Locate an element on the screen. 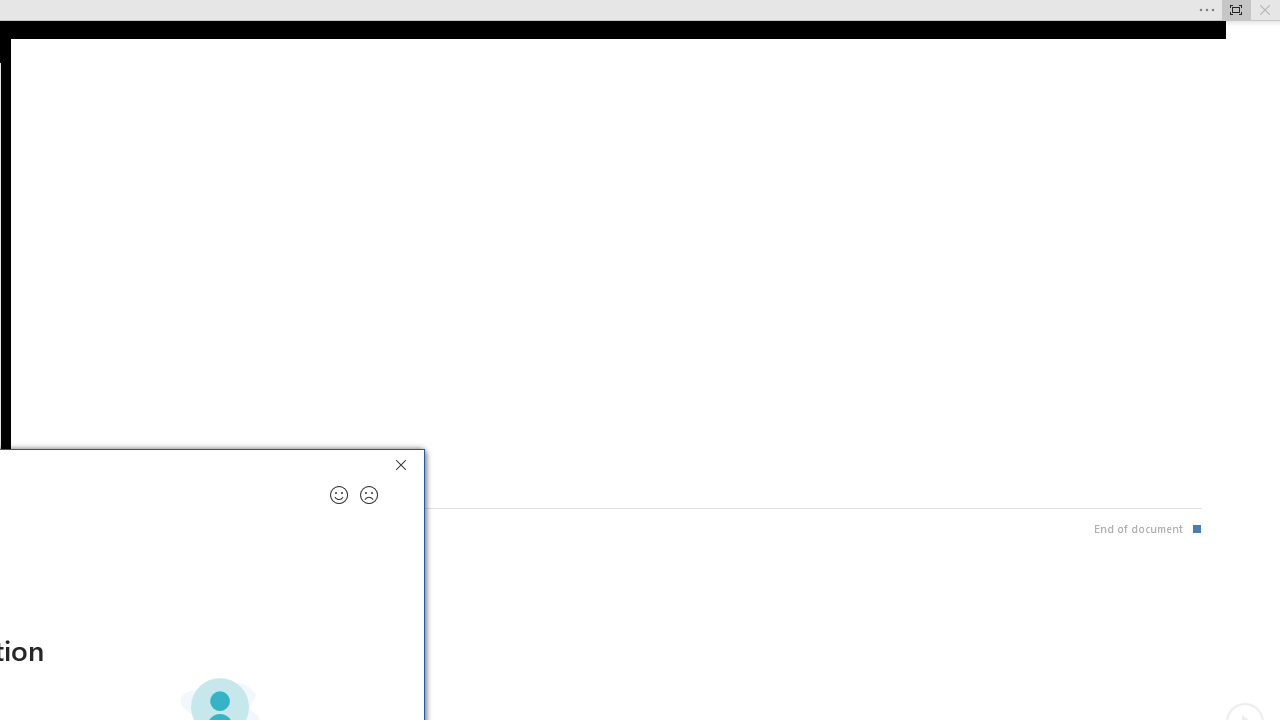 This screenshot has width=1280, height=720. 'Always Show Reading Toolbar' is located at coordinates (1235, 10).